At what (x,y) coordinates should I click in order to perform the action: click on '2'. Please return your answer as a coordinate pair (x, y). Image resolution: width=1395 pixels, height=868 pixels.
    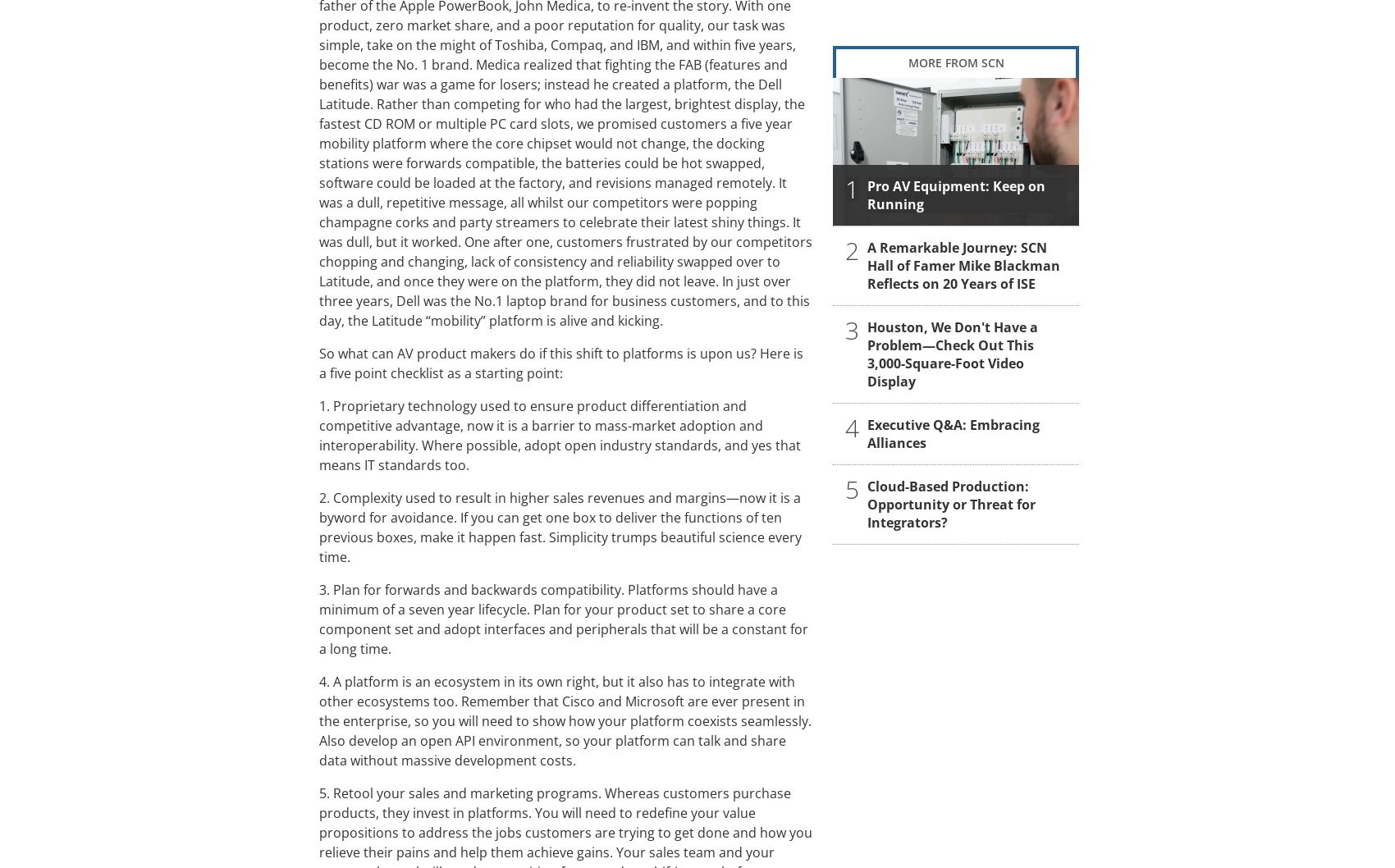
    Looking at the image, I should click on (851, 249).